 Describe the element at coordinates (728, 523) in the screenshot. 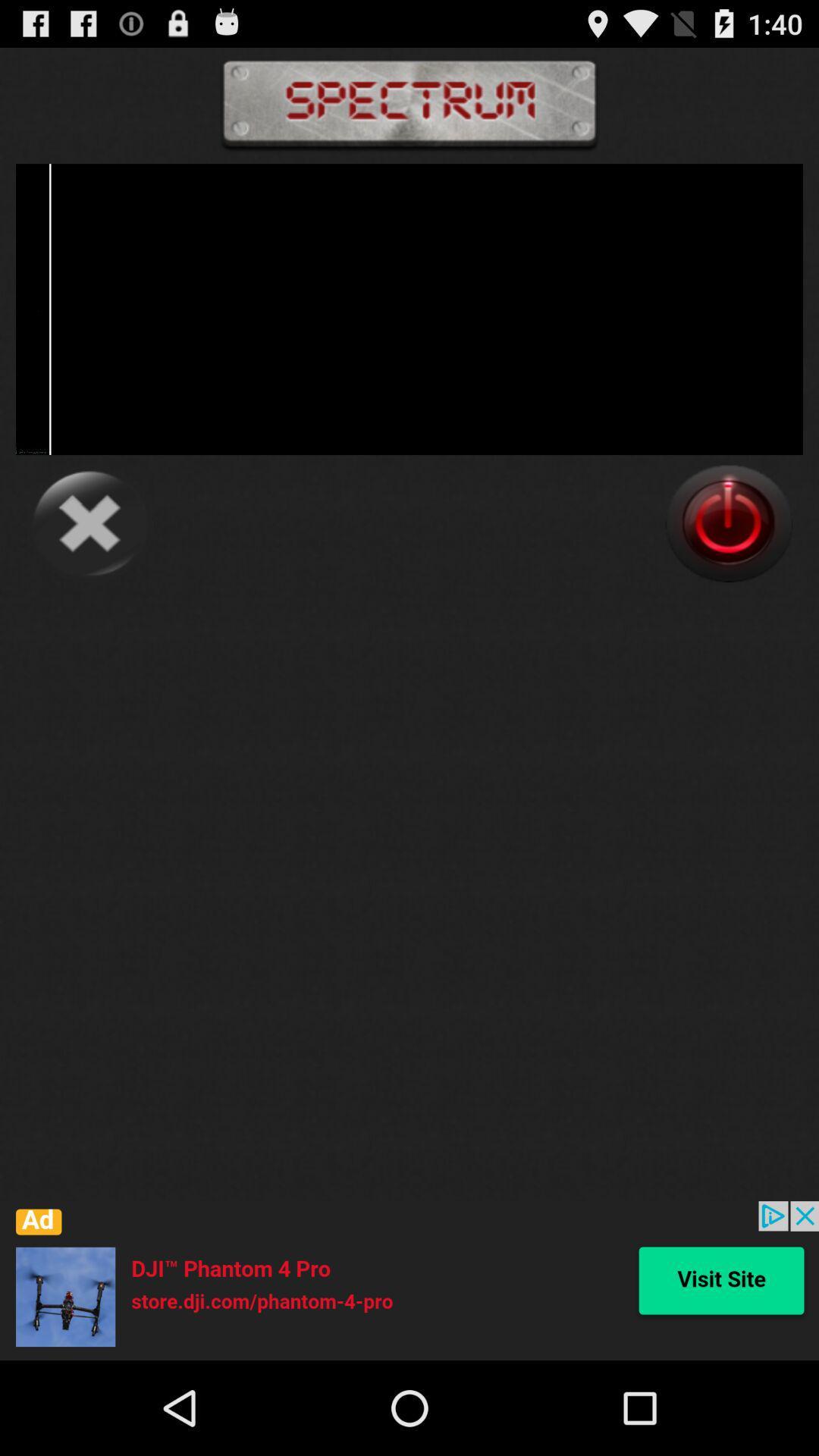

I see `option` at that location.